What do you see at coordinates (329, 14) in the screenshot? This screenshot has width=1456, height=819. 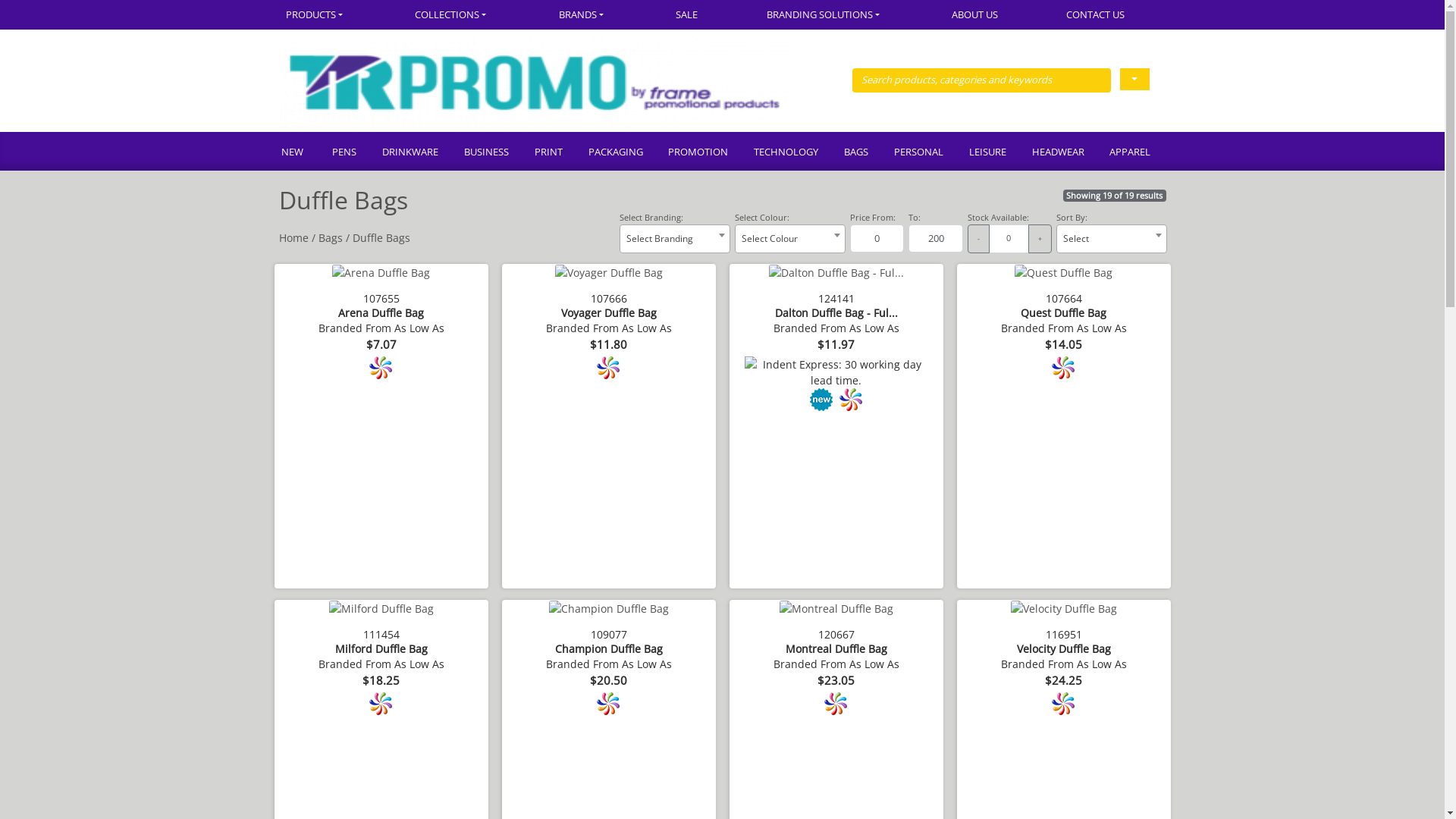 I see `'PRODUCTS'` at bounding box center [329, 14].